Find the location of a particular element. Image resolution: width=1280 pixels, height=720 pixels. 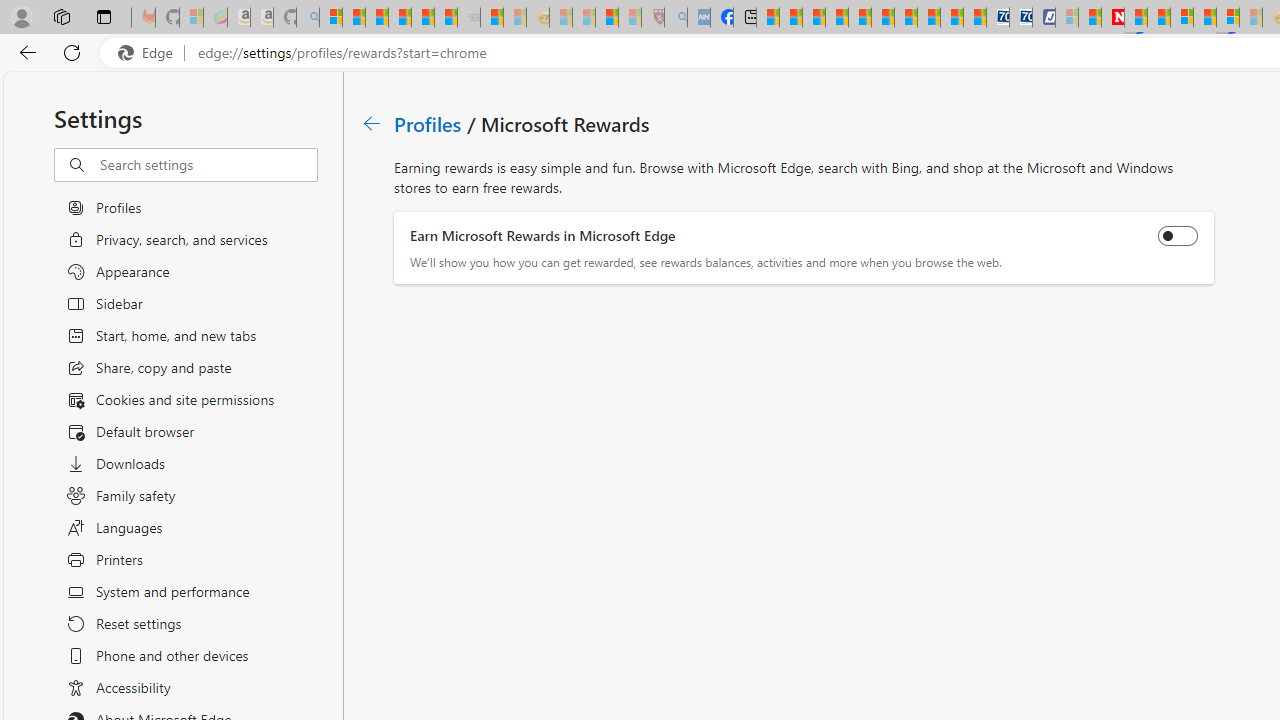

'World - MSN' is located at coordinates (814, 17).